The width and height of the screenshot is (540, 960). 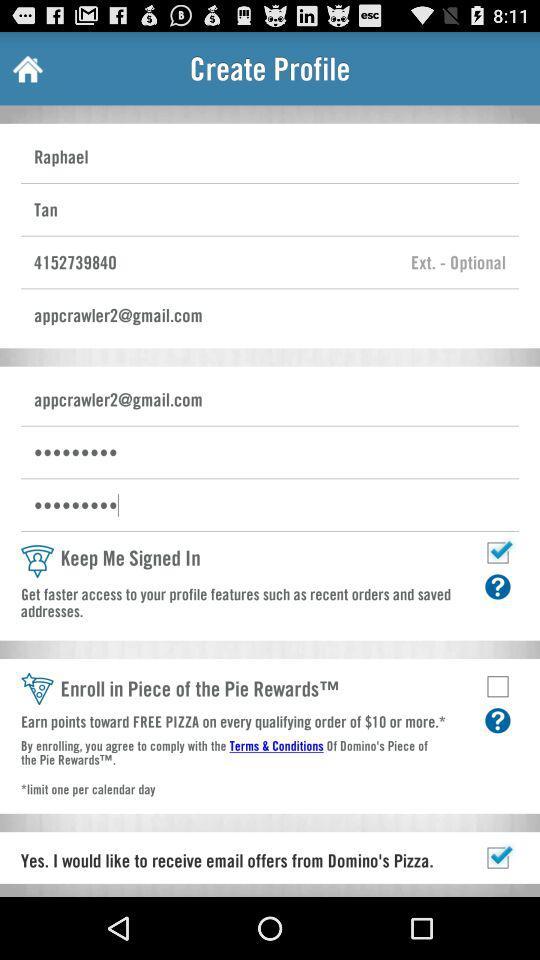 What do you see at coordinates (496, 857) in the screenshot?
I see `button of tick mark` at bounding box center [496, 857].